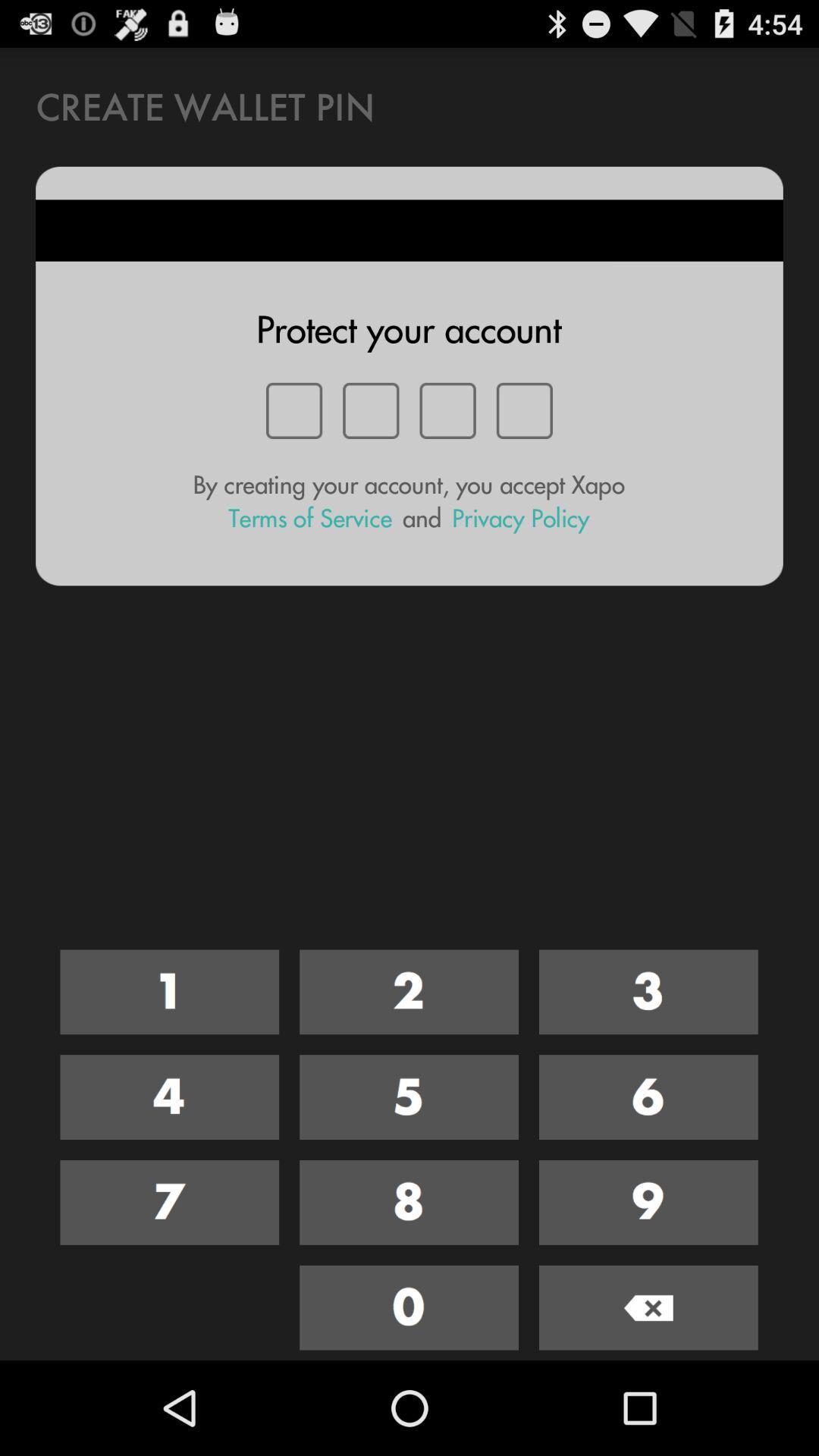 Image resolution: width=819 pixels, height=1456 pixels. What do you see at coordinates (408, 1307) in the screenshot?
I see `button number 0` at bounding box center [408, 1307].